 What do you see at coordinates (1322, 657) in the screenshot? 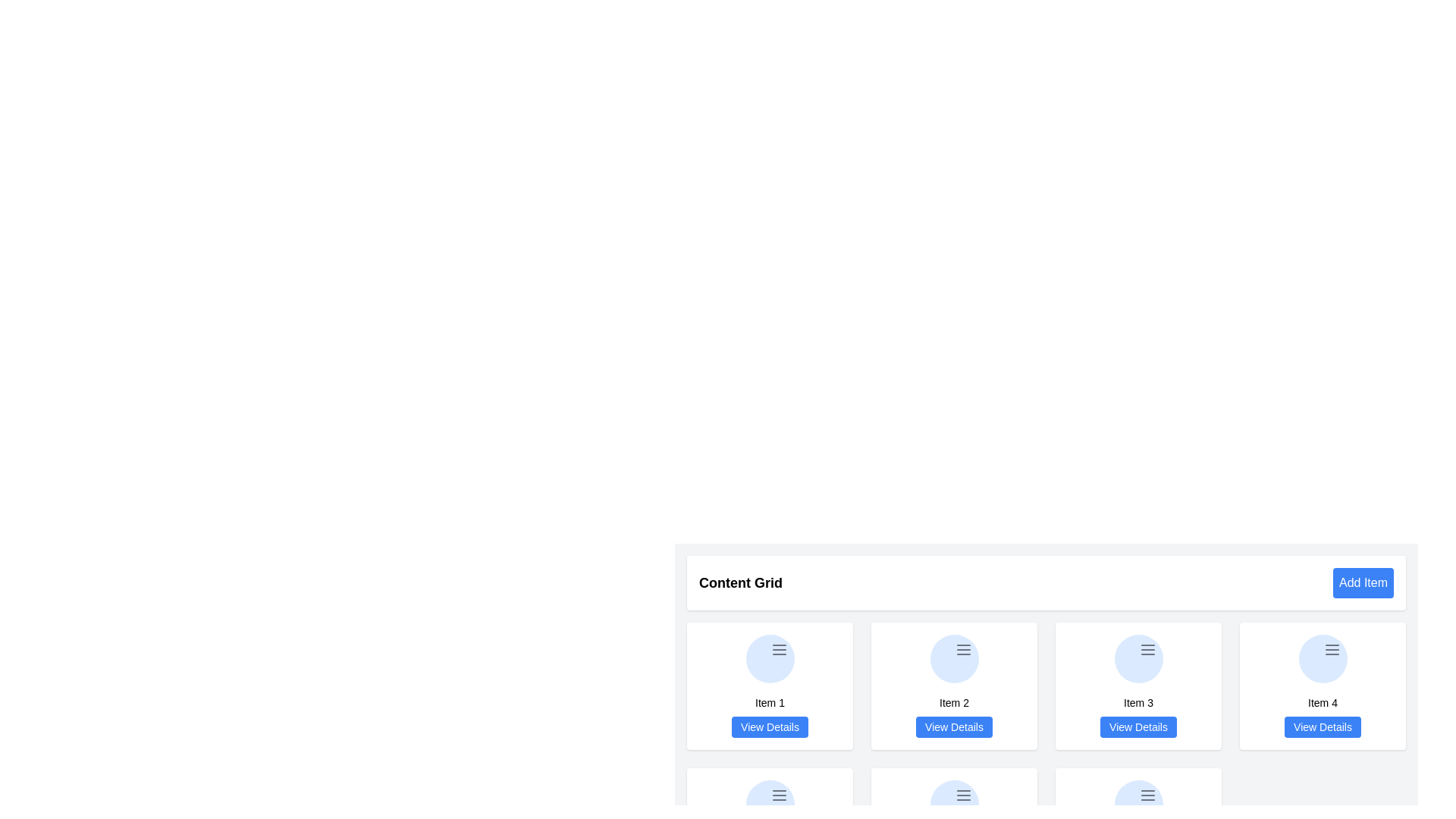
I see `the graphical marker for 'Item 4' card, located at the top-center of the card, above the text label 'Item 4' and the 'View Details' button` at bounding box center [1322, 657].